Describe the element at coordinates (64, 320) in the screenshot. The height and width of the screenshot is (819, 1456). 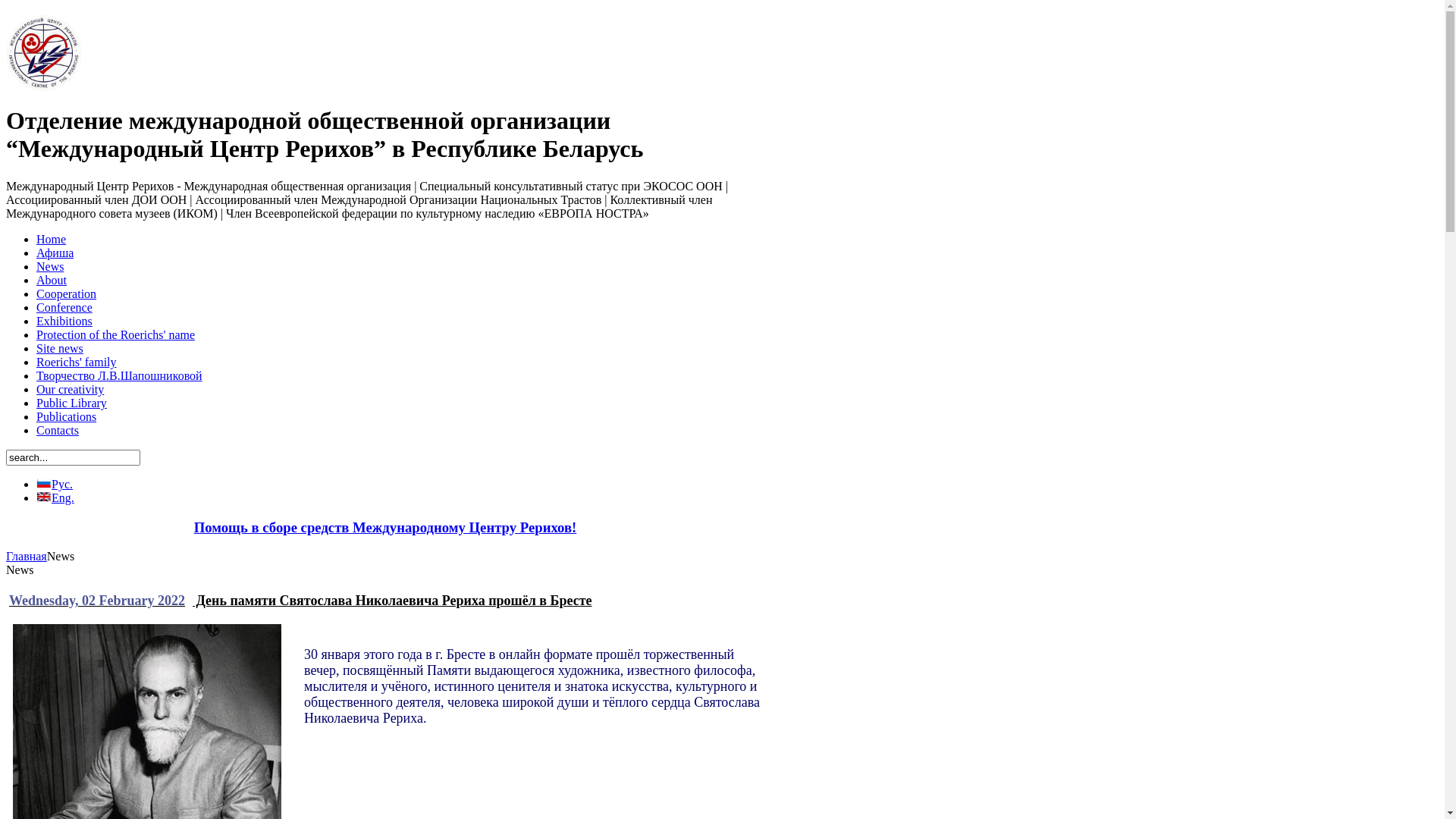
I see `'Exhibitions'` at that location.